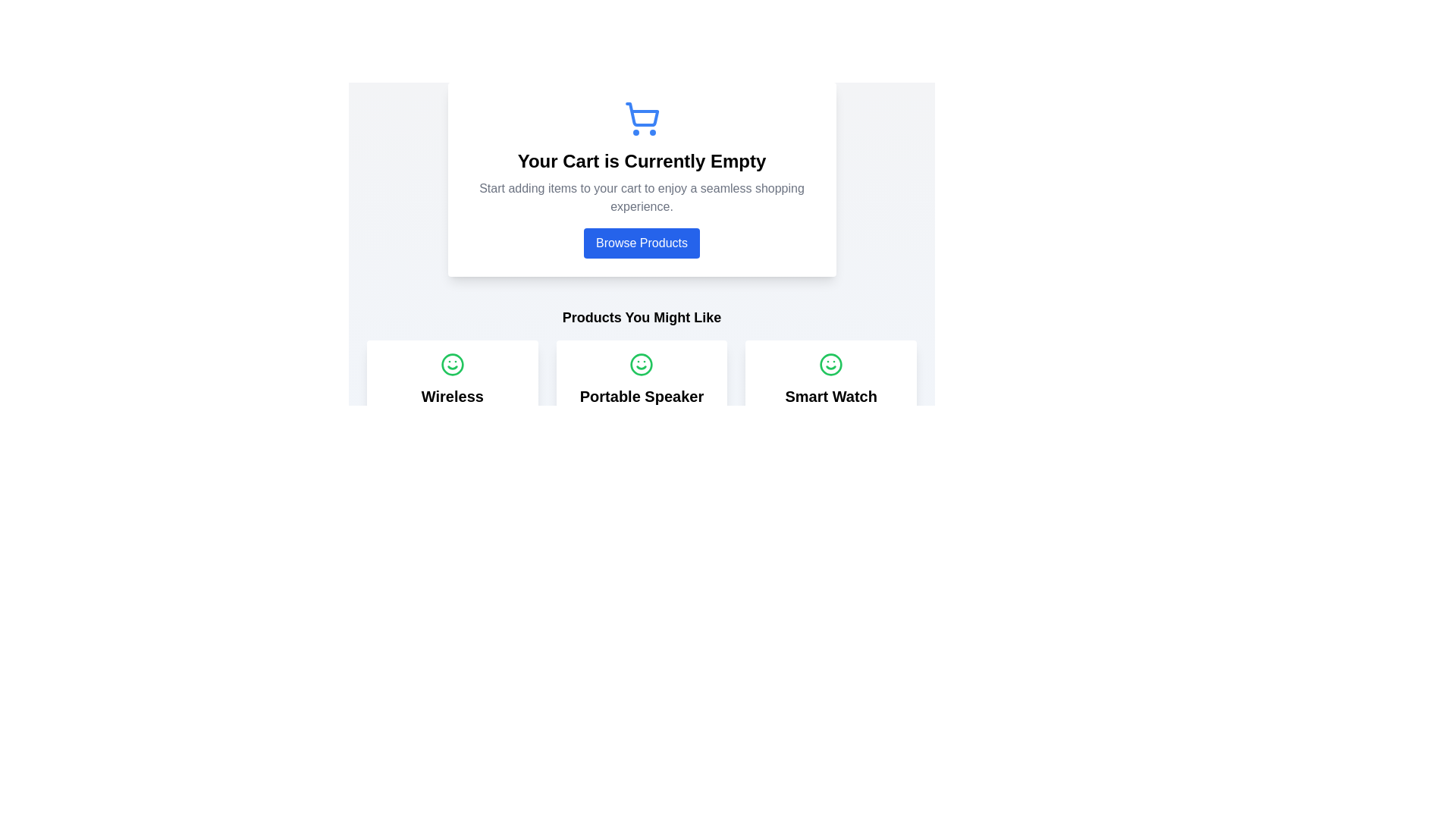 The height and width of the screenshot is (819, 1456). Describe the element at coordinates (642, 317) in the screenshot. I see `the heading text element that introduces the section for recommended products` at that location.